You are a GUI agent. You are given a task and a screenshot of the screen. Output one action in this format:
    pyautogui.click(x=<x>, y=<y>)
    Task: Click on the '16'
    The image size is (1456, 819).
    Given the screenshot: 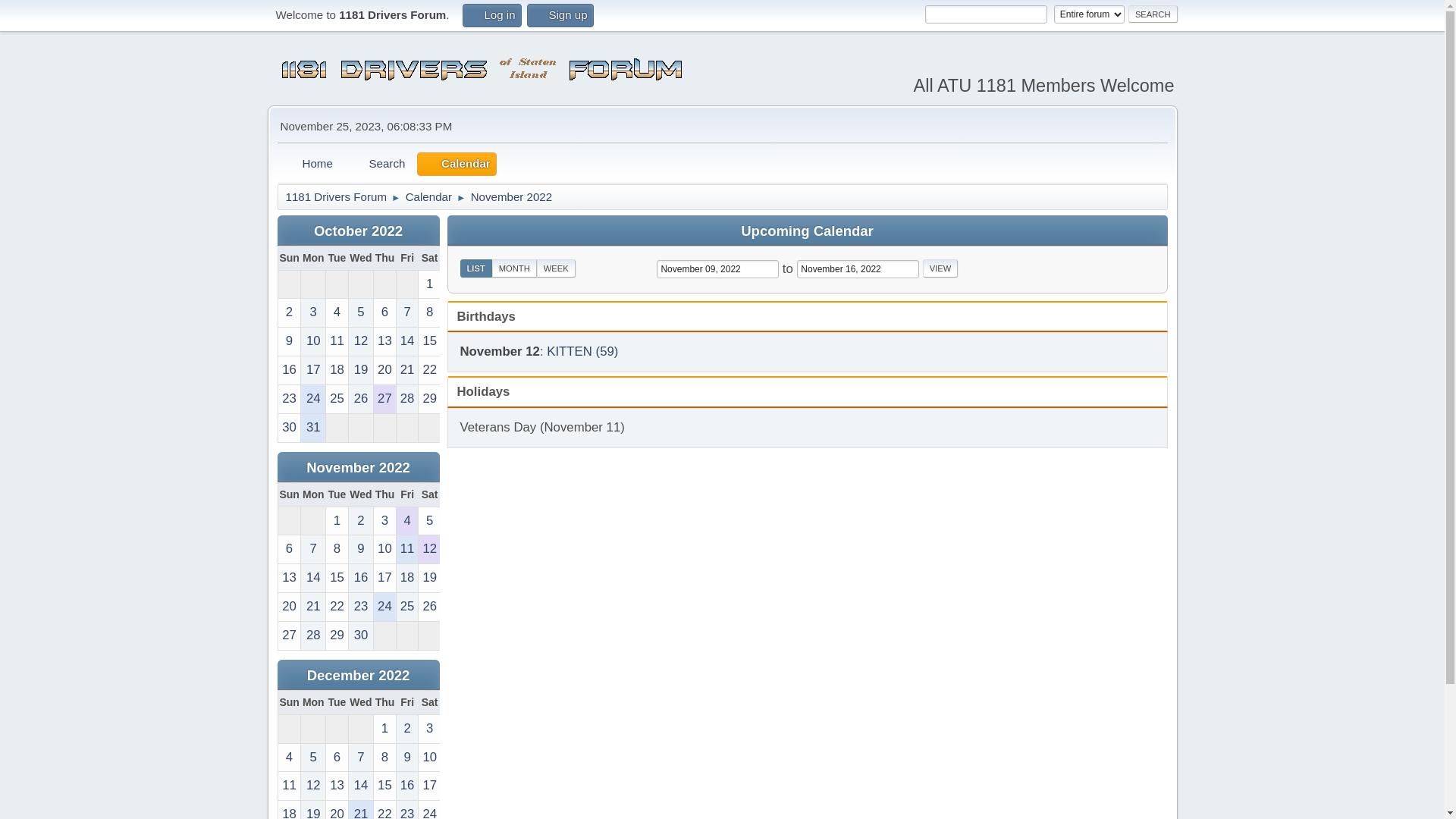 What is the action you would take?
    pyautogui.click(x=288, y=370)
    